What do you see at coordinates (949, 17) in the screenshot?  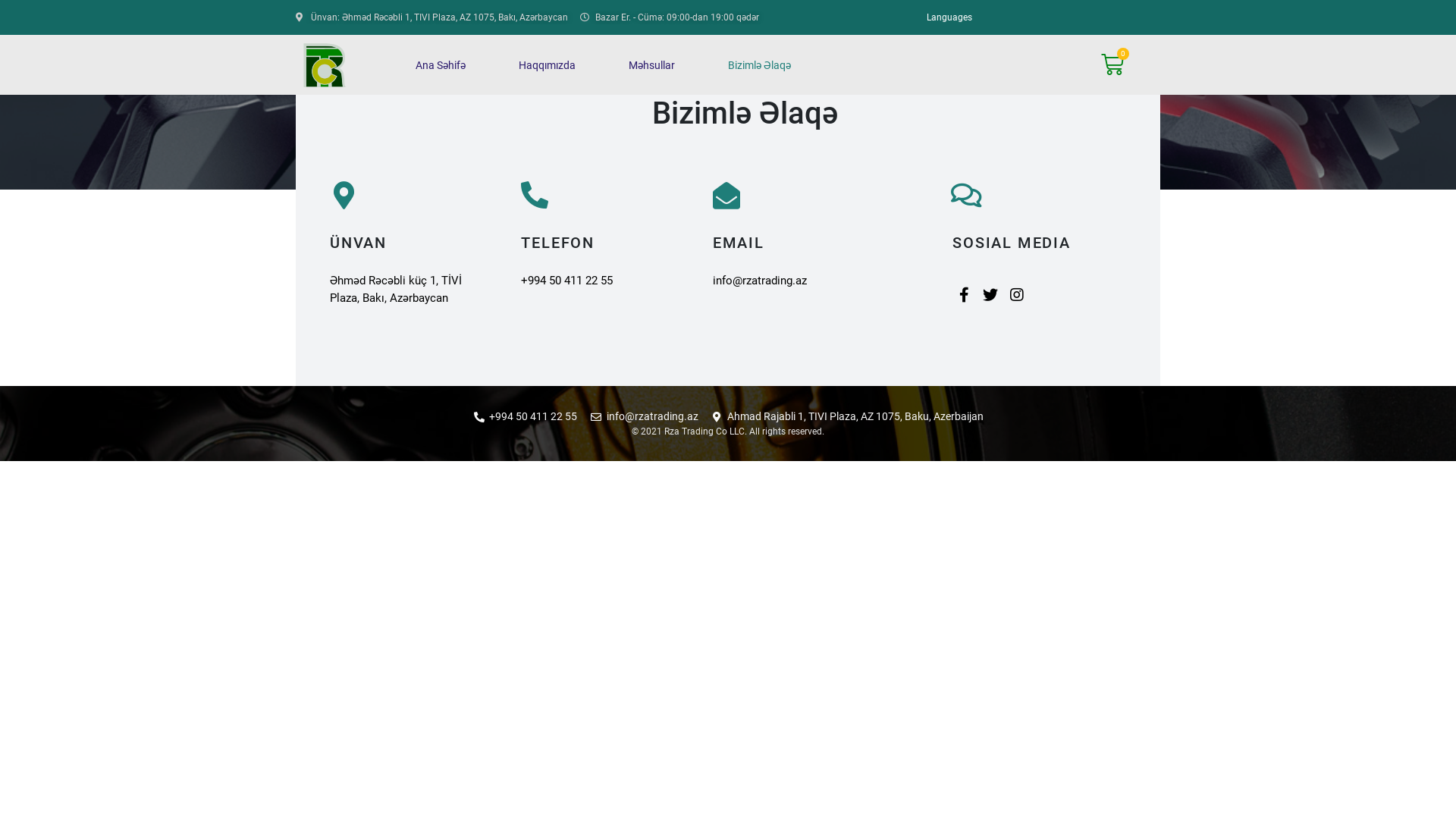 I see `'Languages'` at bounding box center [949, 17].